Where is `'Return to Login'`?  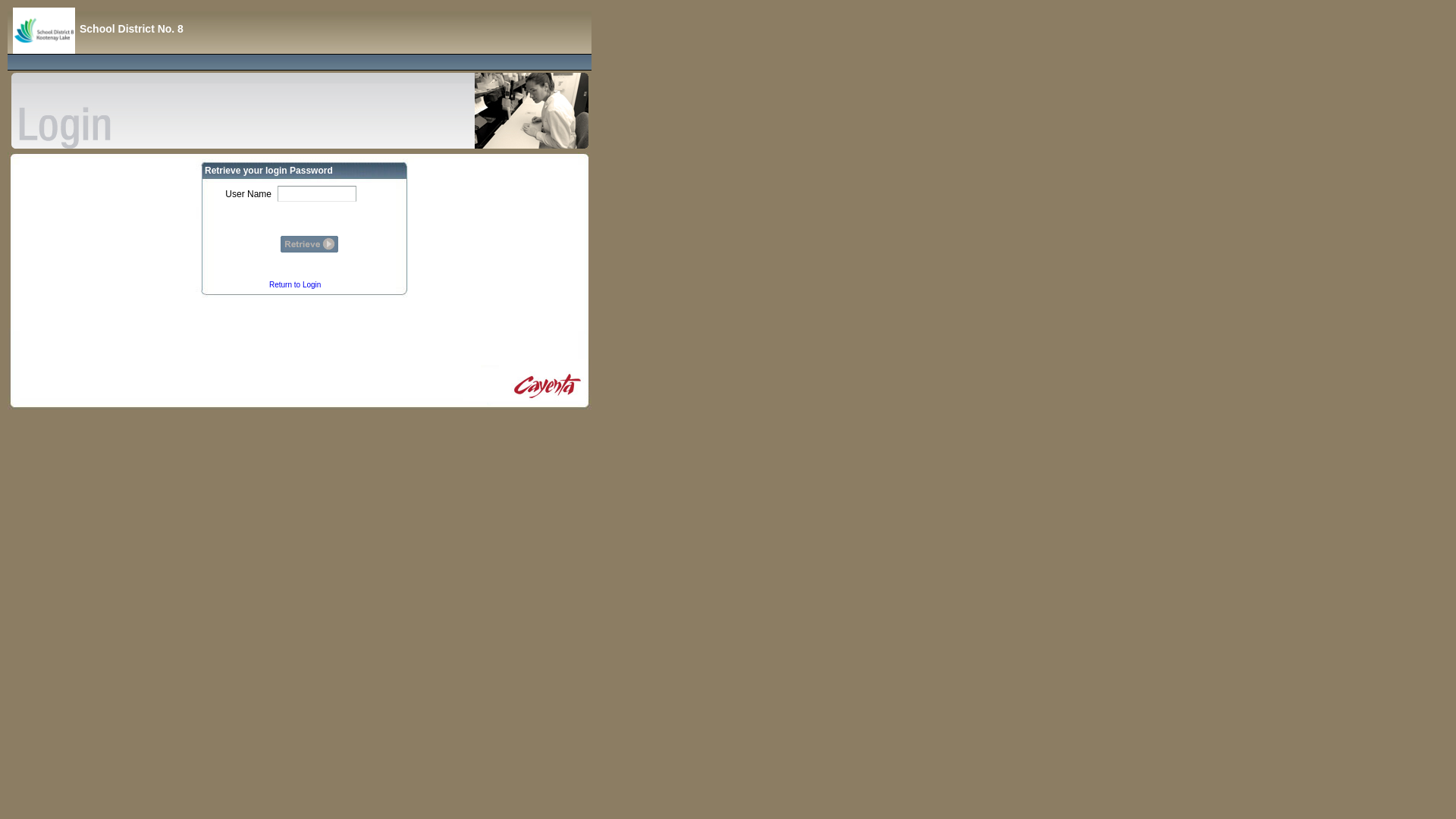 'Return to Login' is located at coordinates (294, 284).